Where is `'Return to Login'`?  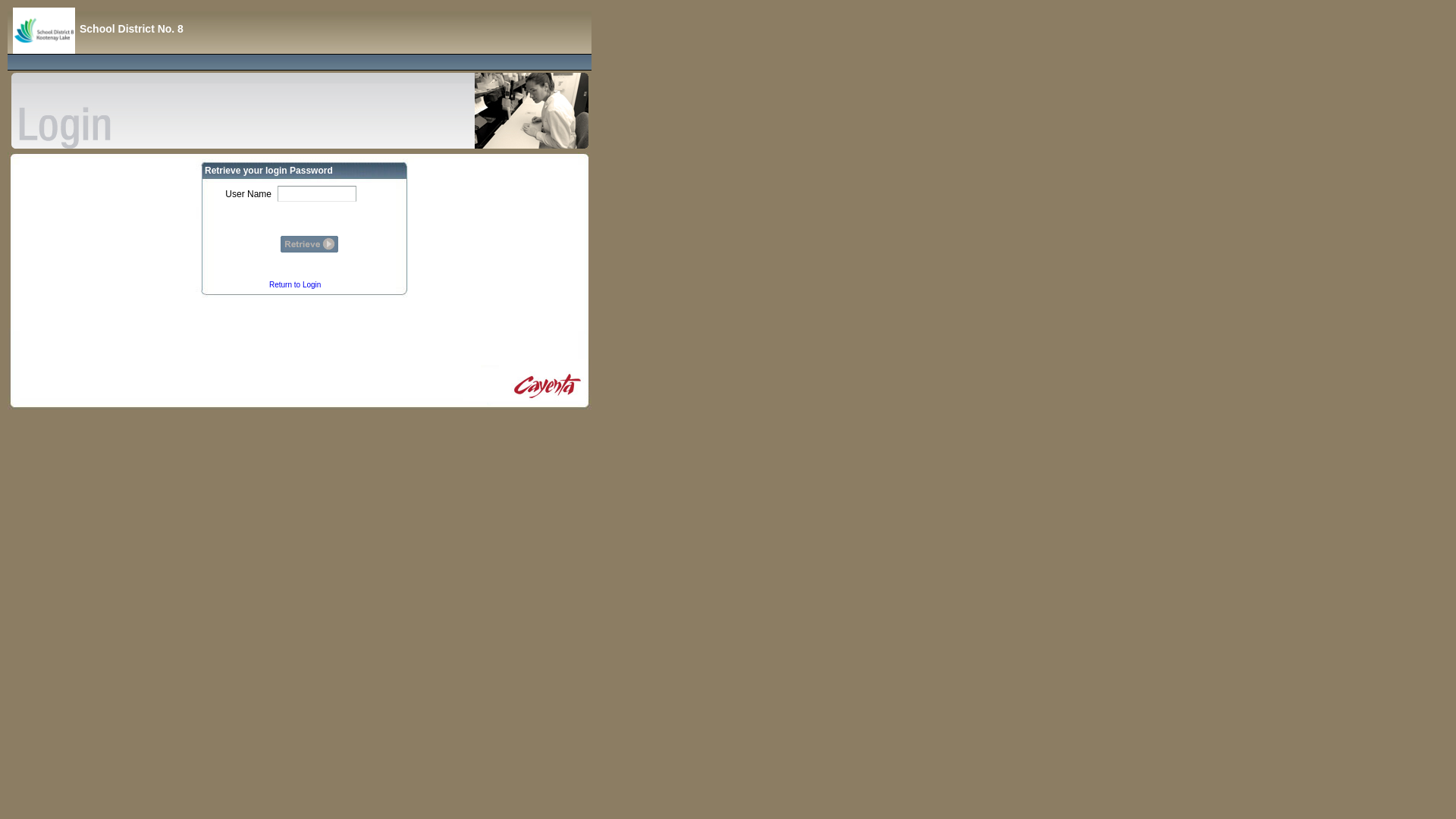 'Return to Login' is located at coordinates (294, 284).